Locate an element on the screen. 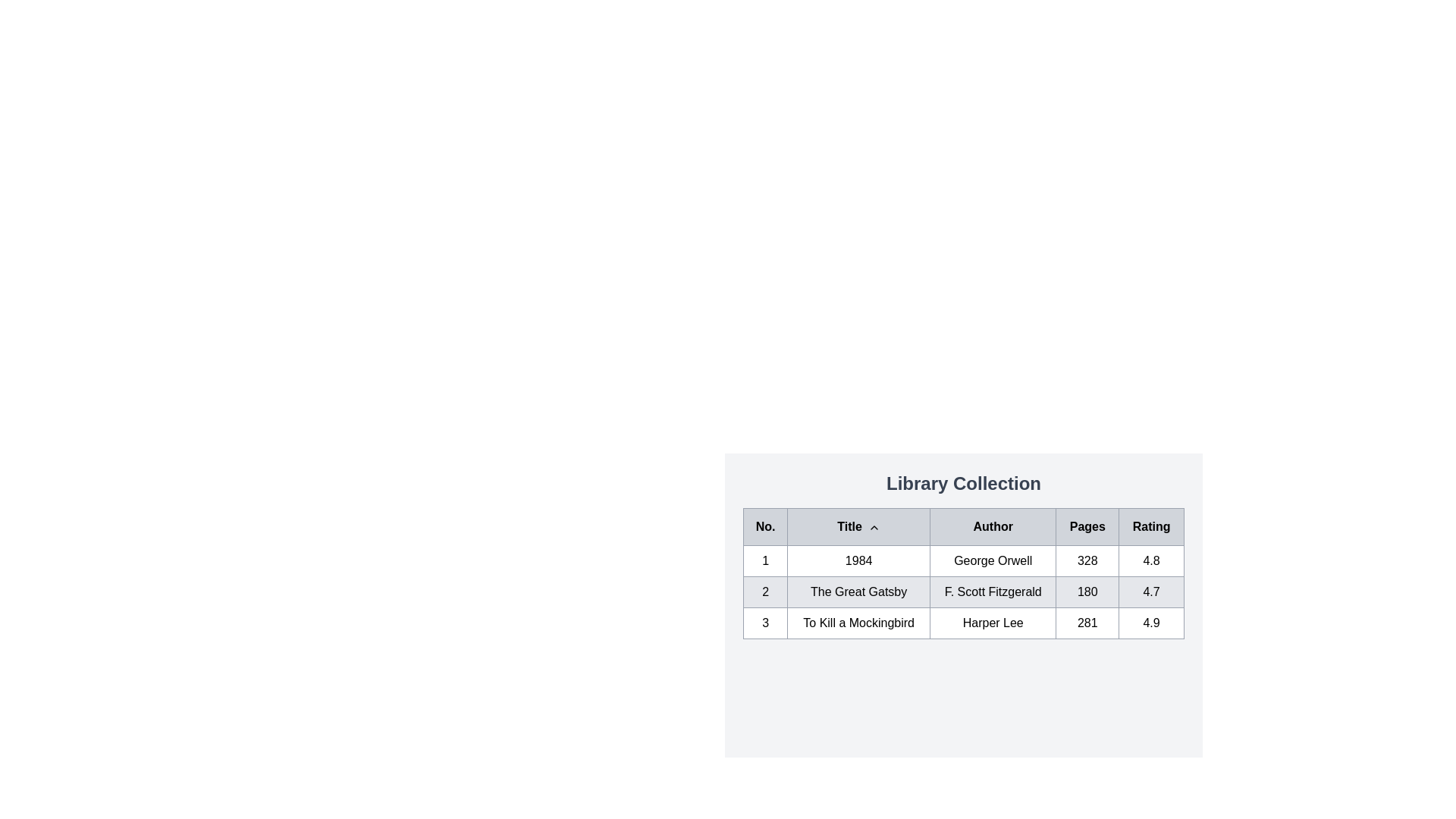  the static table cell displaying the author's name for the book '1984', located in the third column of the table under the 'Author' header is located at coordinates (993, 561).